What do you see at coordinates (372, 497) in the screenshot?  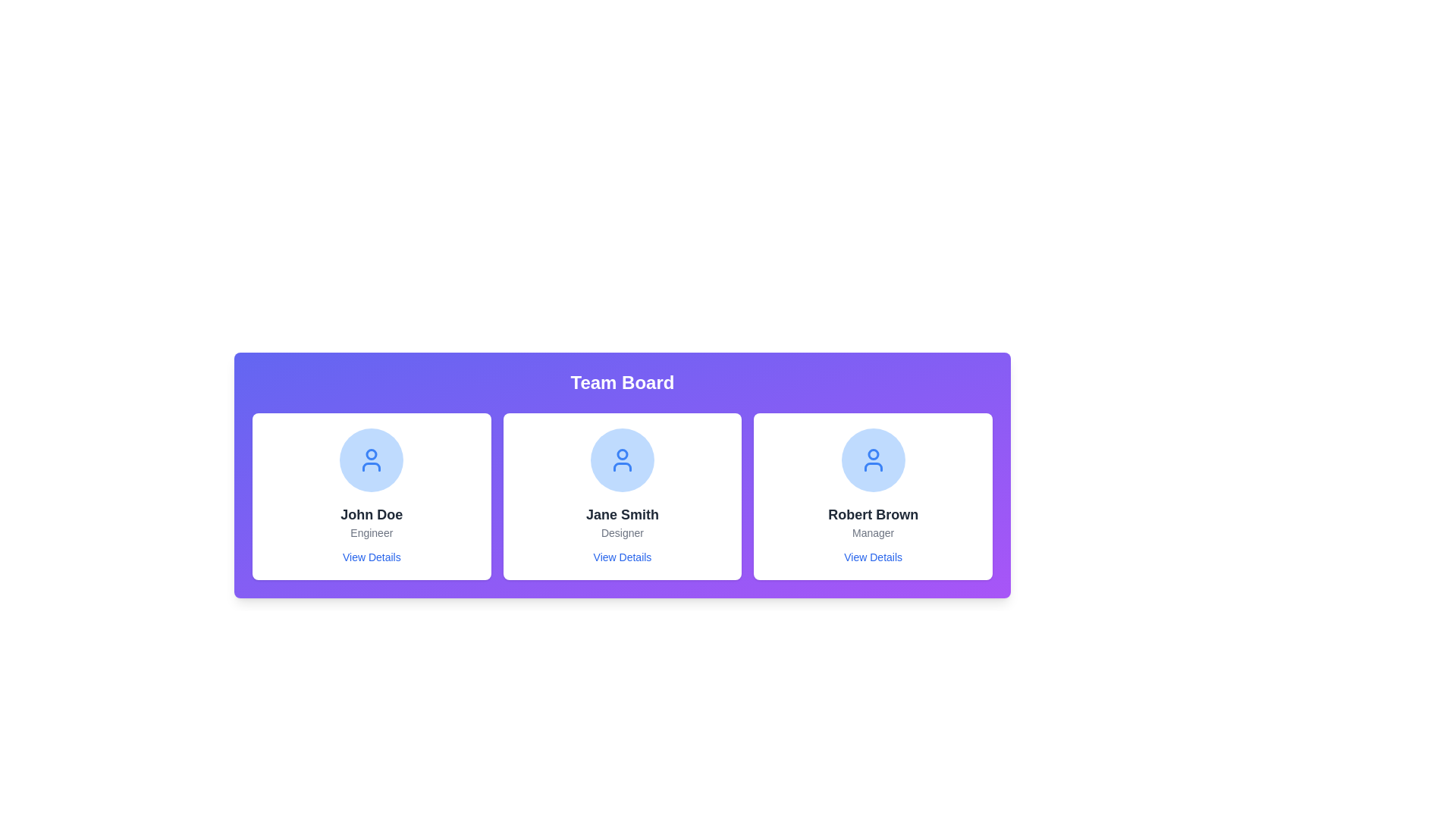 I see `the user profile card located at the leftmost position in the 'Team Board' section` at bounding box center [372, 497].